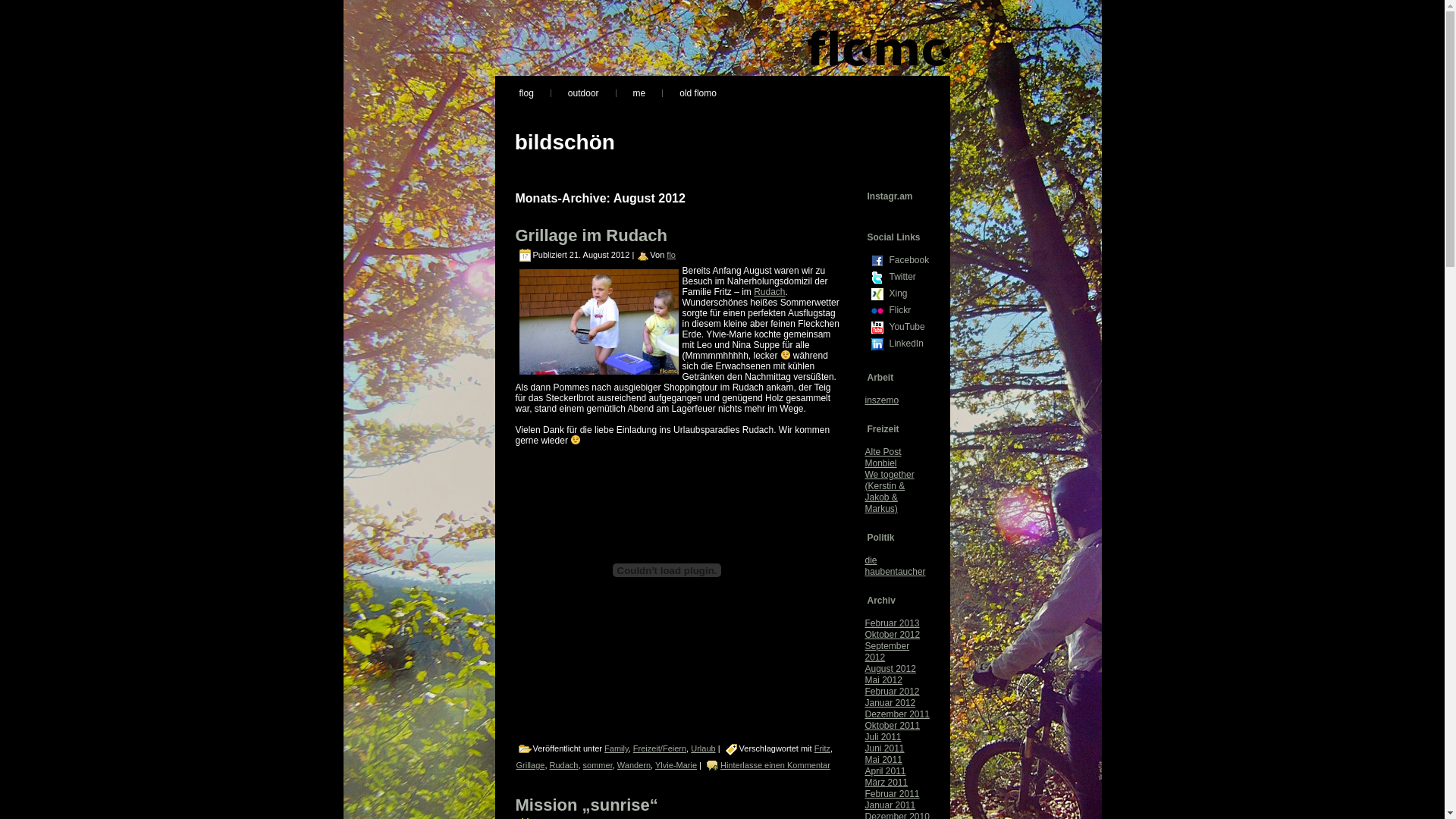 This screenshot has height=819, width=1456. What do you see at coordinates (877, 278) in the screenshot?
I see `'Twitter'` at bounding box center [877, 278].